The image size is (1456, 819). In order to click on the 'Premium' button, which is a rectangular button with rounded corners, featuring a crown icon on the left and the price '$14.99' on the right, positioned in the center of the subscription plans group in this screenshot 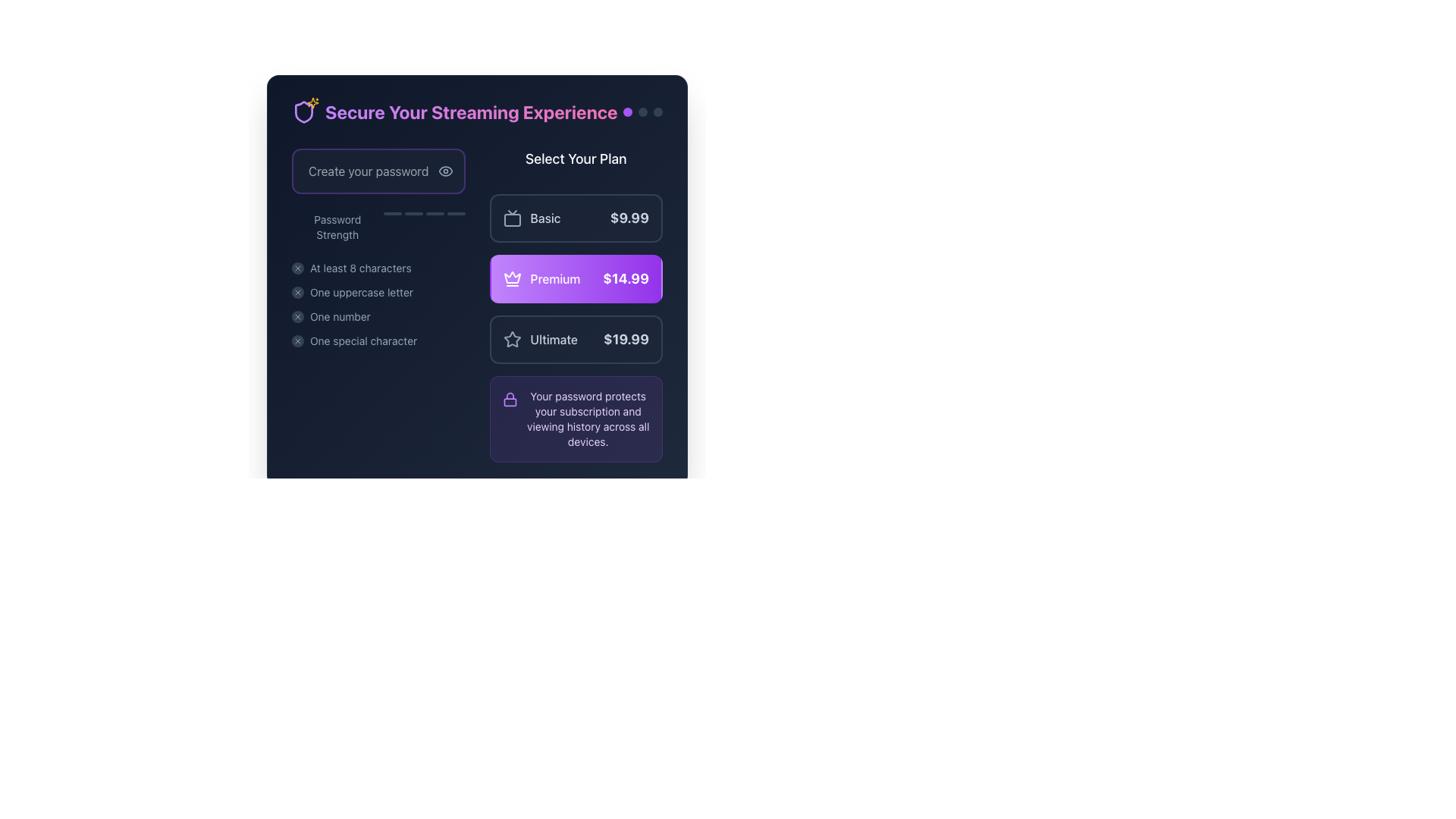, I will do `click(575, 278)`.